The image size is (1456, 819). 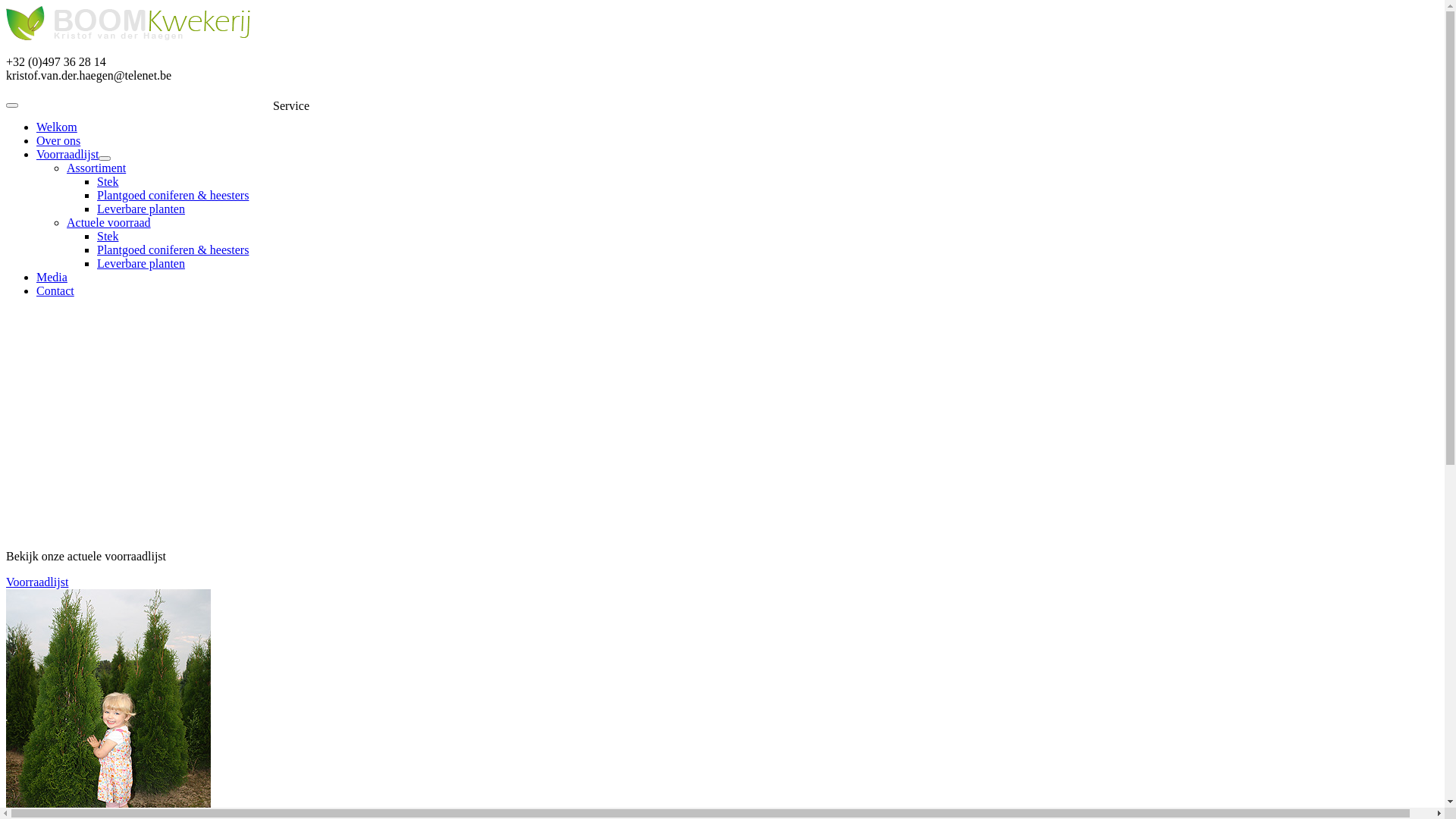 What do you see at coordinates (96, 180) in the screenshot?
I see `'Stek'` at bounding box center [96, 180].